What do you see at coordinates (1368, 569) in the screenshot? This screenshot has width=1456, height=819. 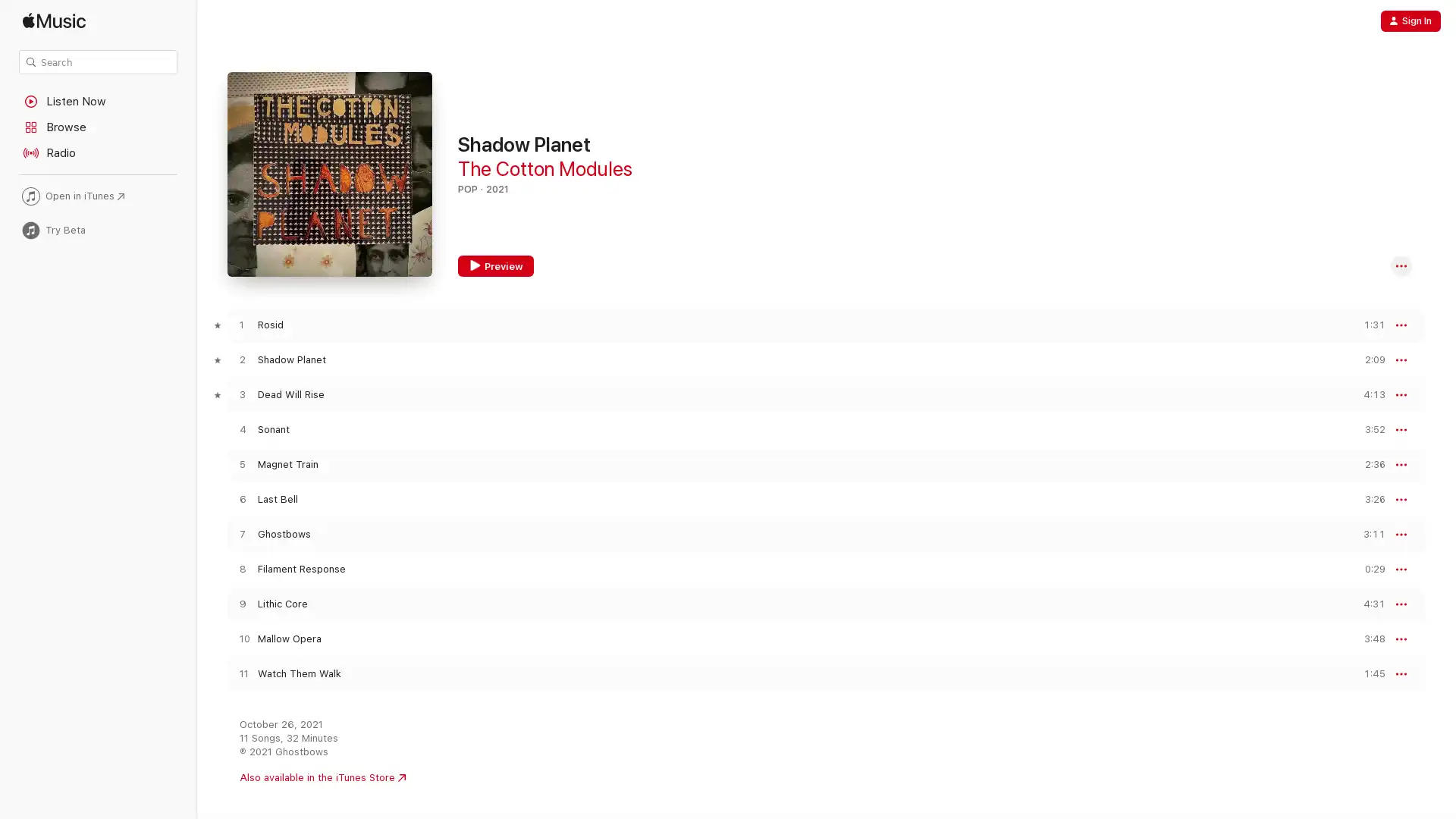 I see `Preview` at bounding box center [1368, 569].